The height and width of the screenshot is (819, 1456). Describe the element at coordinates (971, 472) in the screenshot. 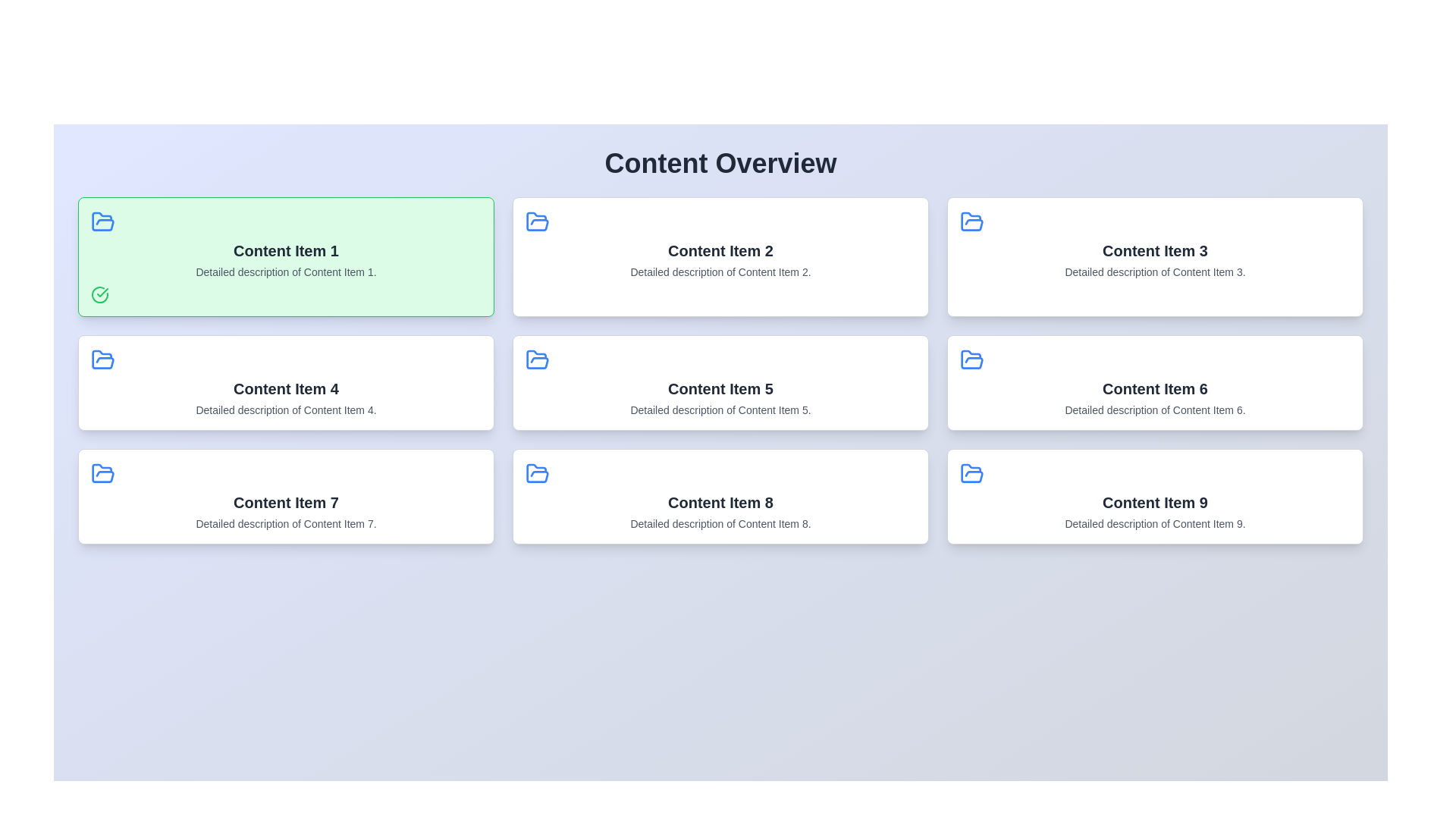

I see `the vibrant blue folder icon located in the bottom-right section of the 'Content Item 9' grid layout` at that location.